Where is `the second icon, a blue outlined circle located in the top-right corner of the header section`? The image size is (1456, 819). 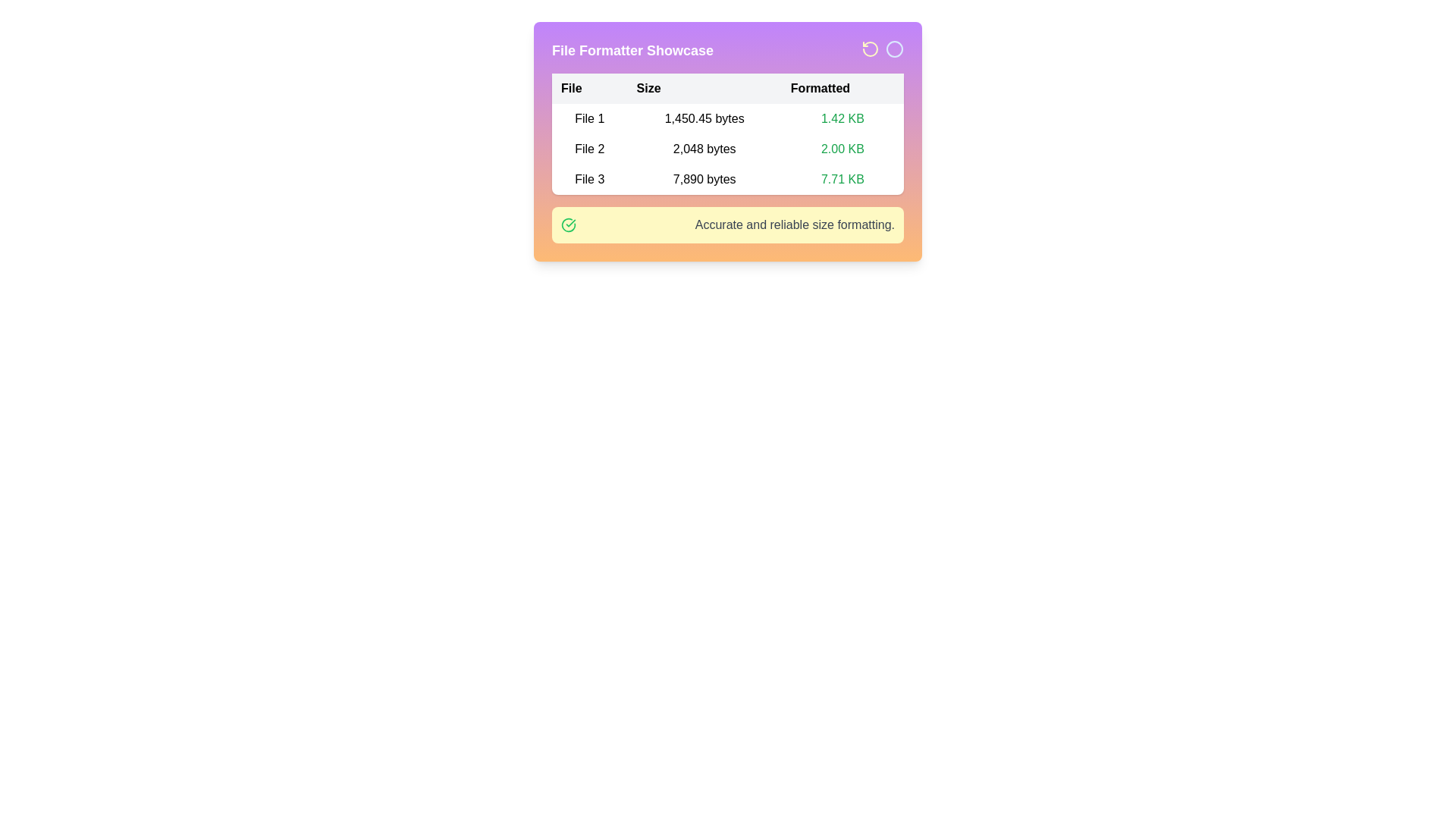 the second icon, a blue outlined circle located in the top-right corner of the header section is located at coordinates (895, 49).